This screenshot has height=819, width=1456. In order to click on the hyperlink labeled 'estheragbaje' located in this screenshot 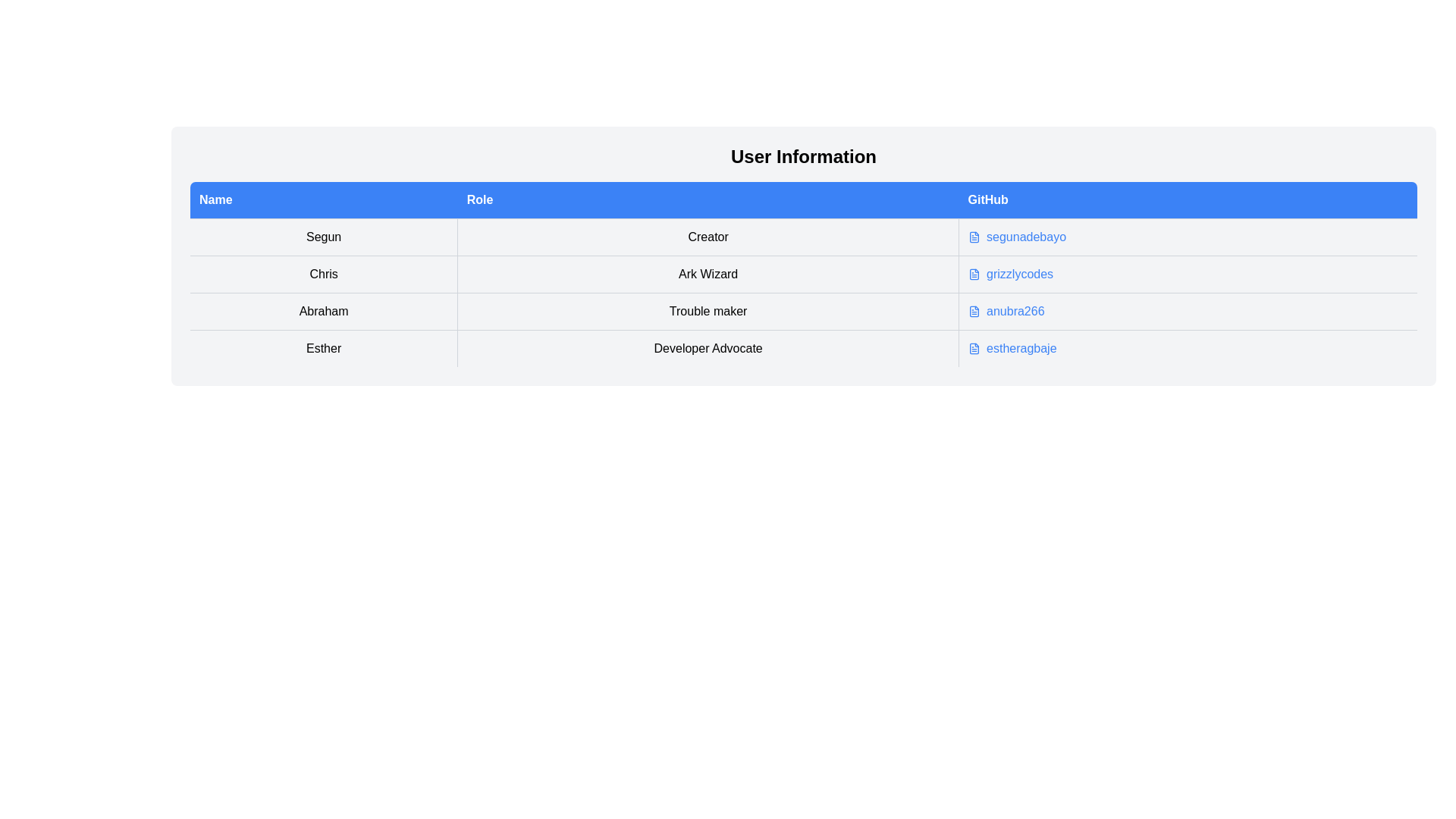, I will do `click(1188, 348)`.